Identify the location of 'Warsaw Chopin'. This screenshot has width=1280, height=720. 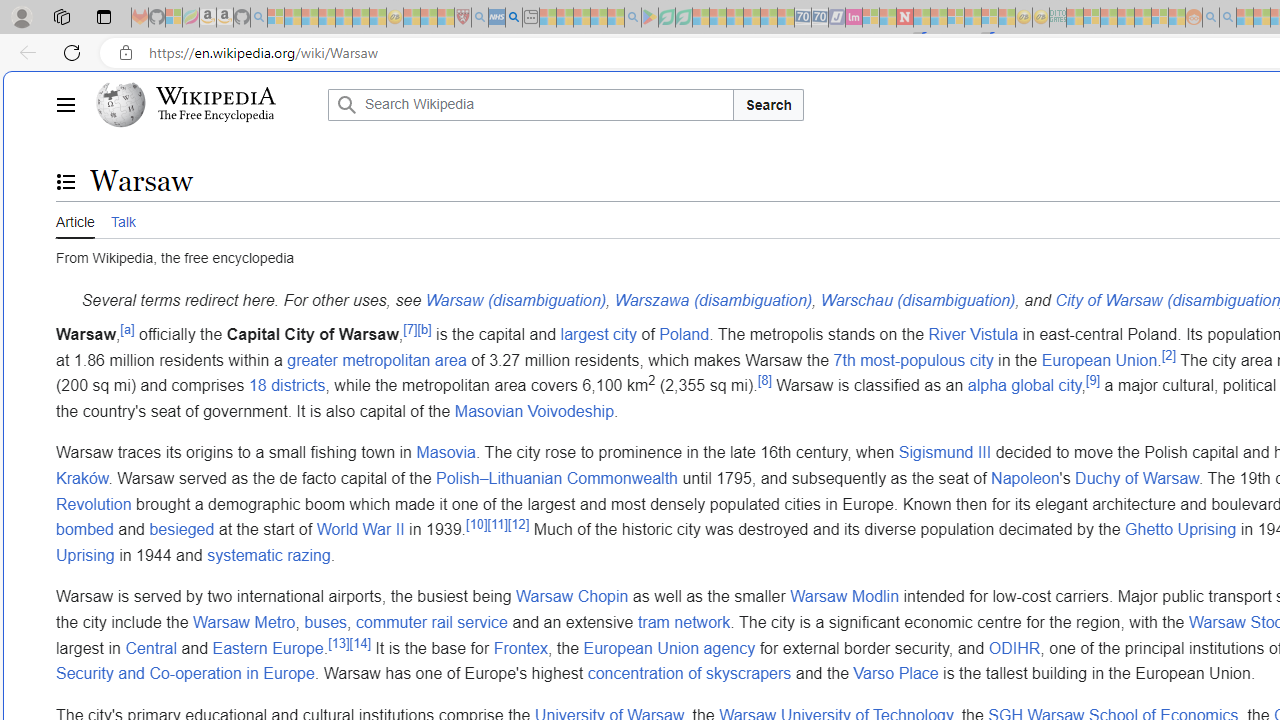
(571, 596).